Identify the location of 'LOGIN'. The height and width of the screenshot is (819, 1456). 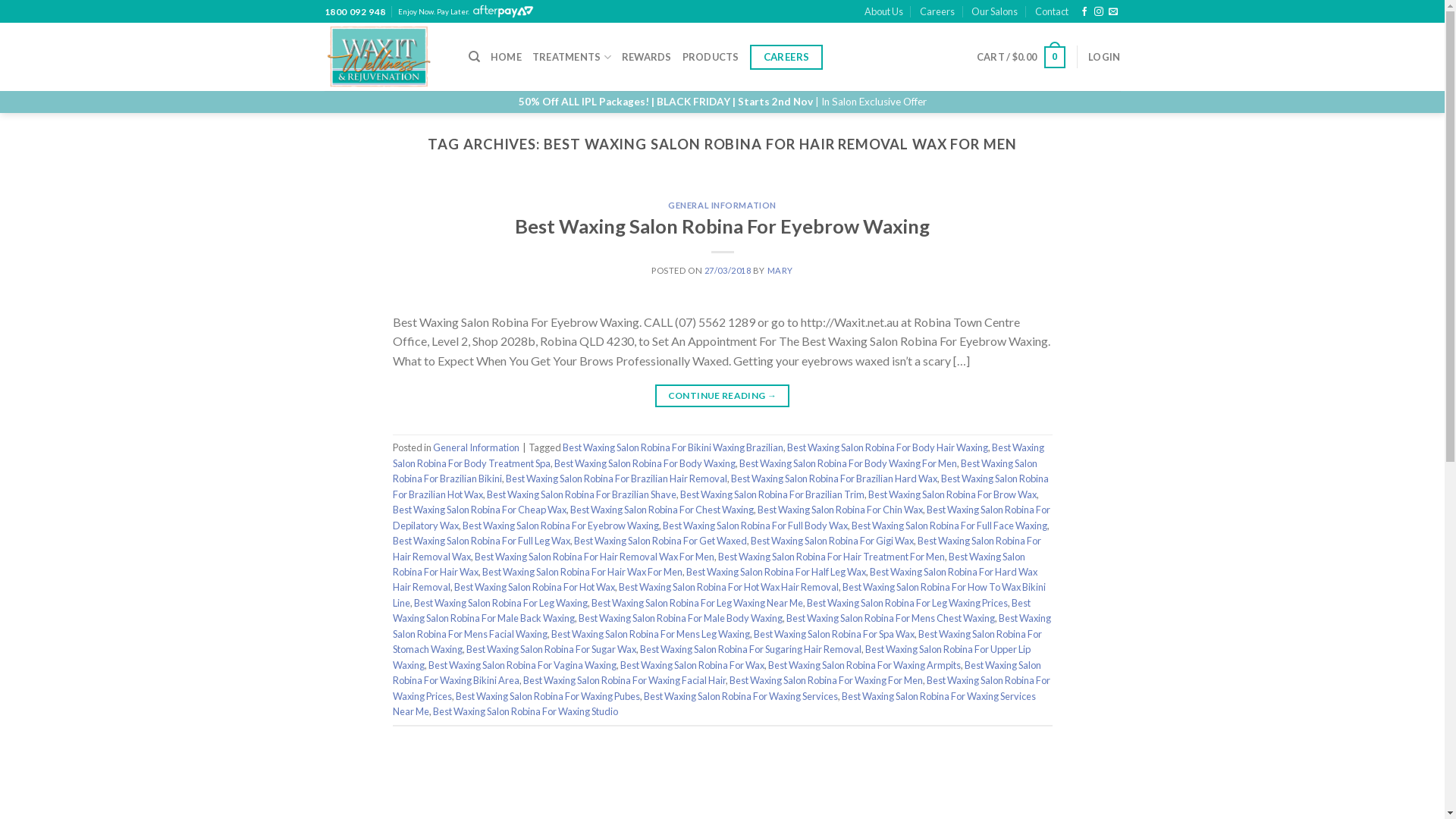
(1103, 55).